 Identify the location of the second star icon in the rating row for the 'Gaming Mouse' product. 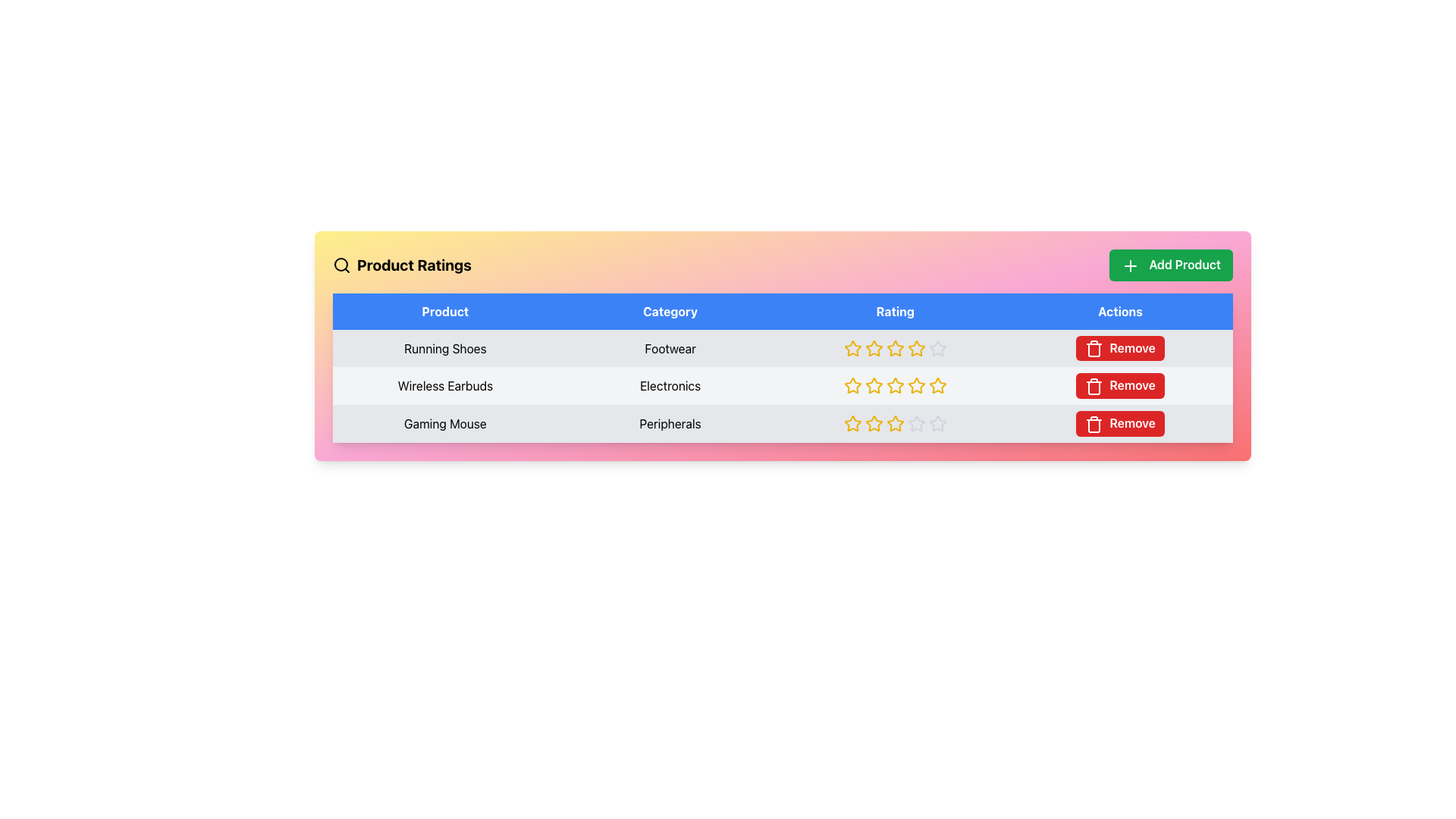
(852, 424).